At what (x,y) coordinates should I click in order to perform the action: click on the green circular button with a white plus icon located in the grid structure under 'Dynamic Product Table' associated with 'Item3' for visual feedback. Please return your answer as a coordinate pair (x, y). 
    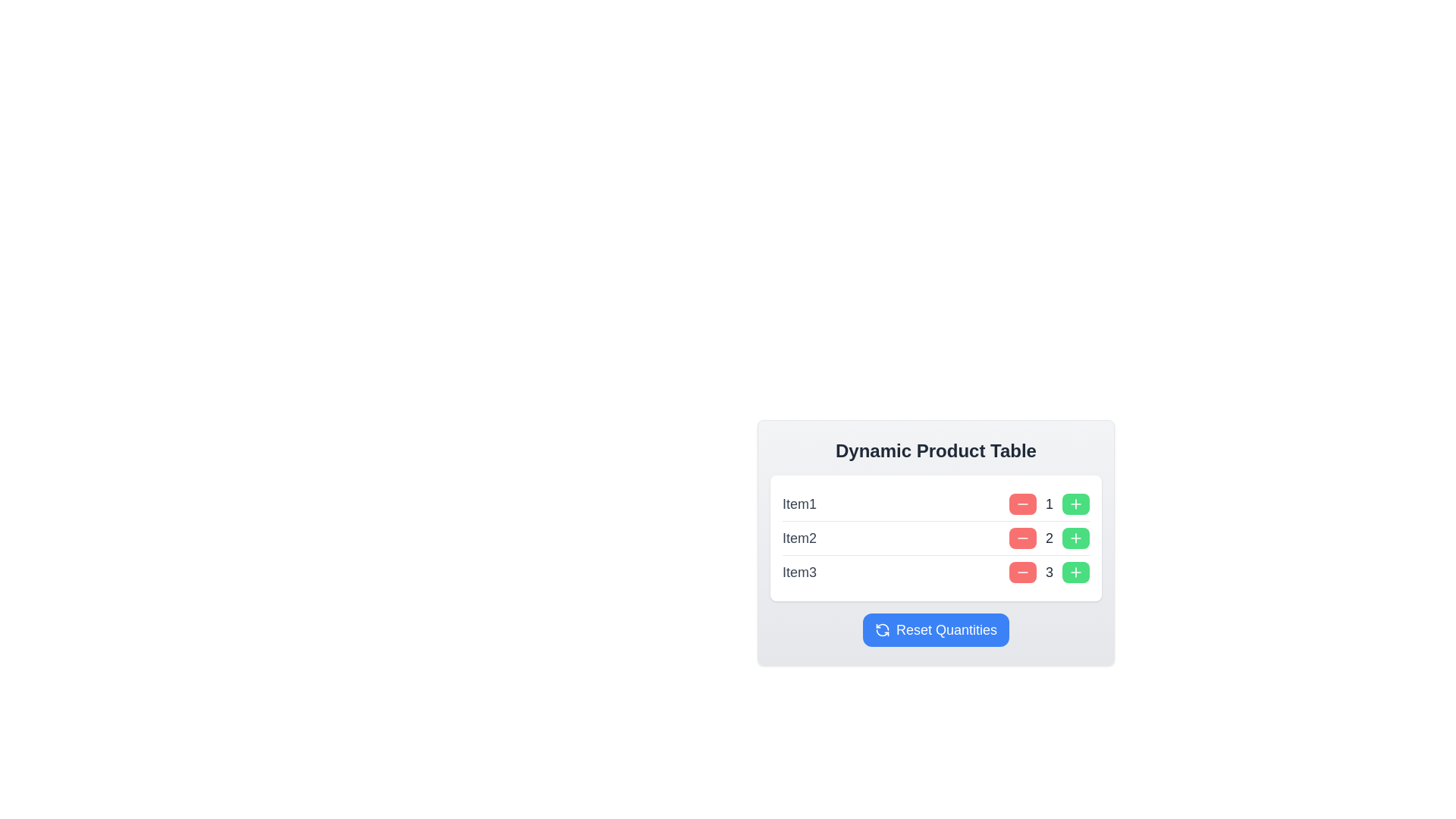
    Looking at the image, I should click on (1075, 573).